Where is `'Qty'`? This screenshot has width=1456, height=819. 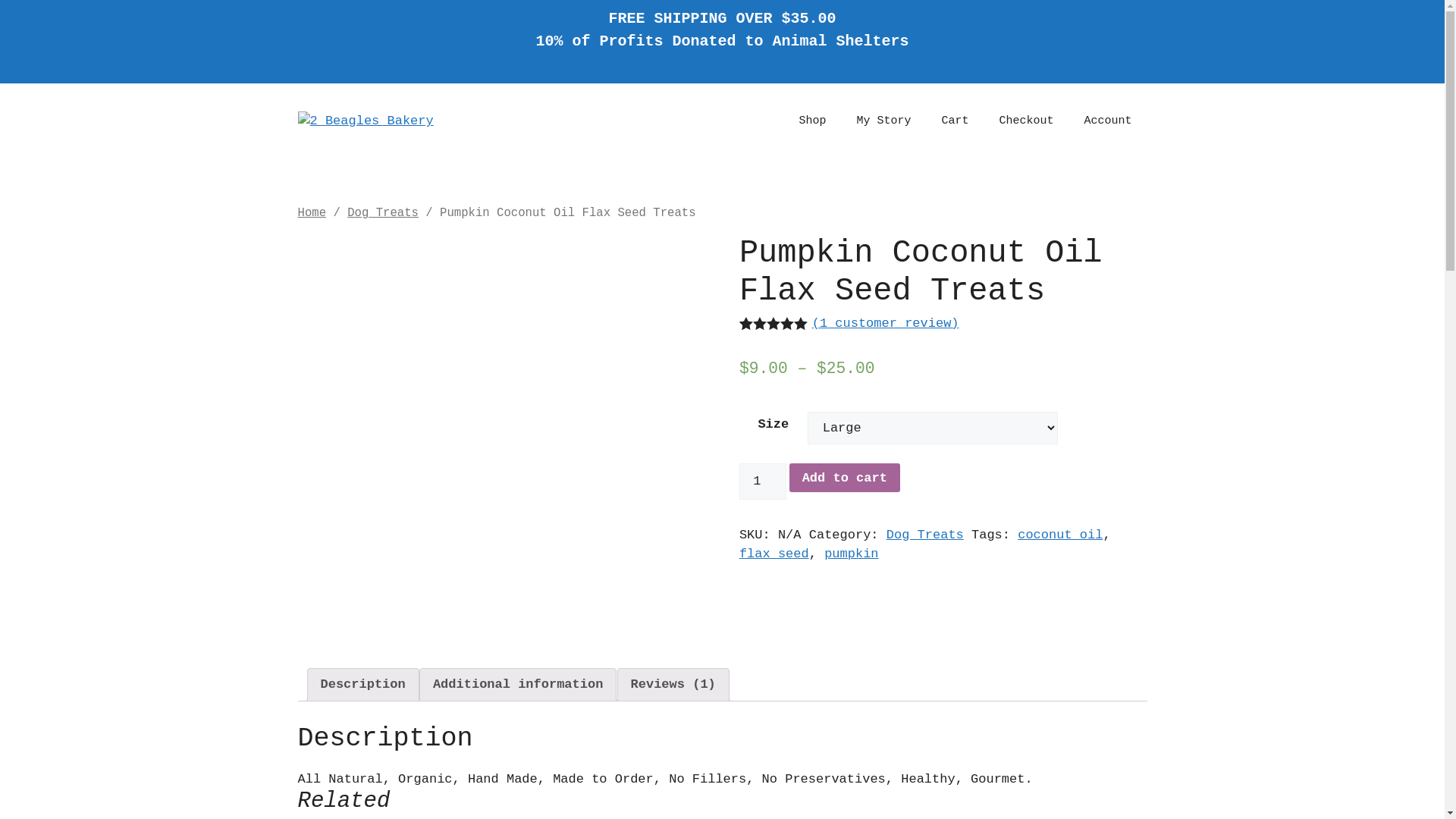 'Qty' is located at coordinates (763, 482).